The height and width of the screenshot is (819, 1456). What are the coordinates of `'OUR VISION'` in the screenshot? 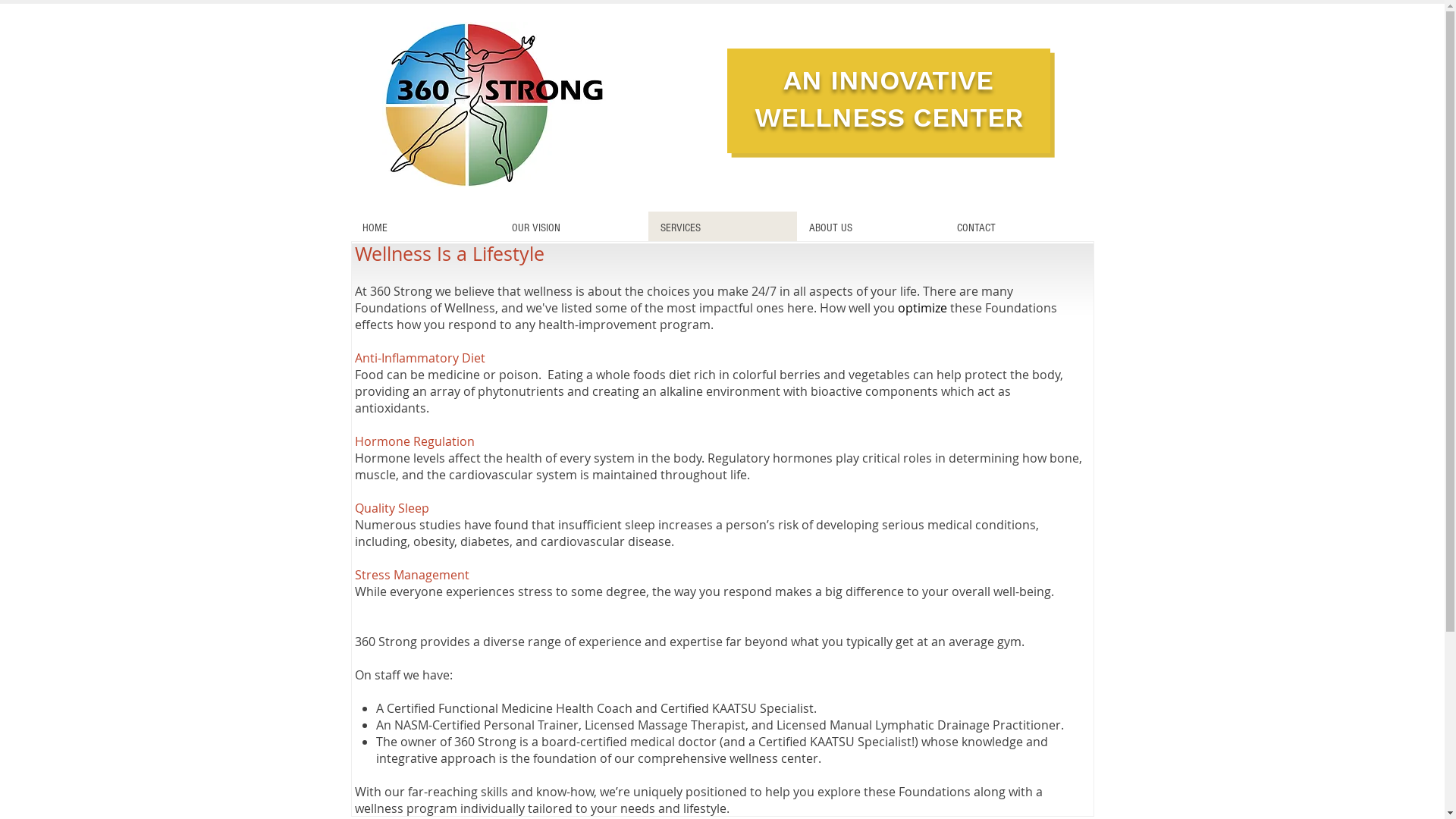 It's located at (572, 227).